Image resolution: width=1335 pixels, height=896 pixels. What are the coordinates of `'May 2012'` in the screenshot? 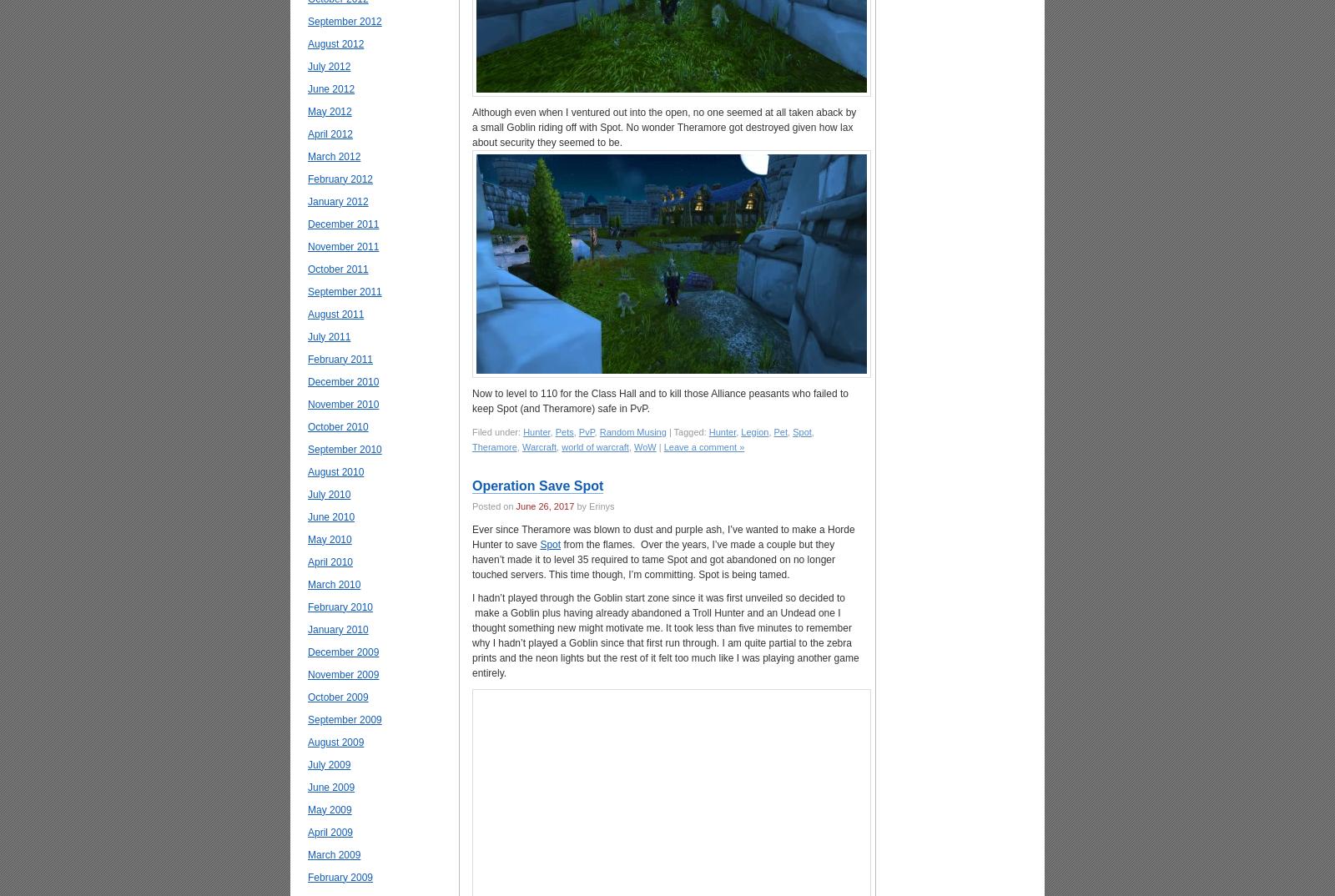 It's located at (307, 109).